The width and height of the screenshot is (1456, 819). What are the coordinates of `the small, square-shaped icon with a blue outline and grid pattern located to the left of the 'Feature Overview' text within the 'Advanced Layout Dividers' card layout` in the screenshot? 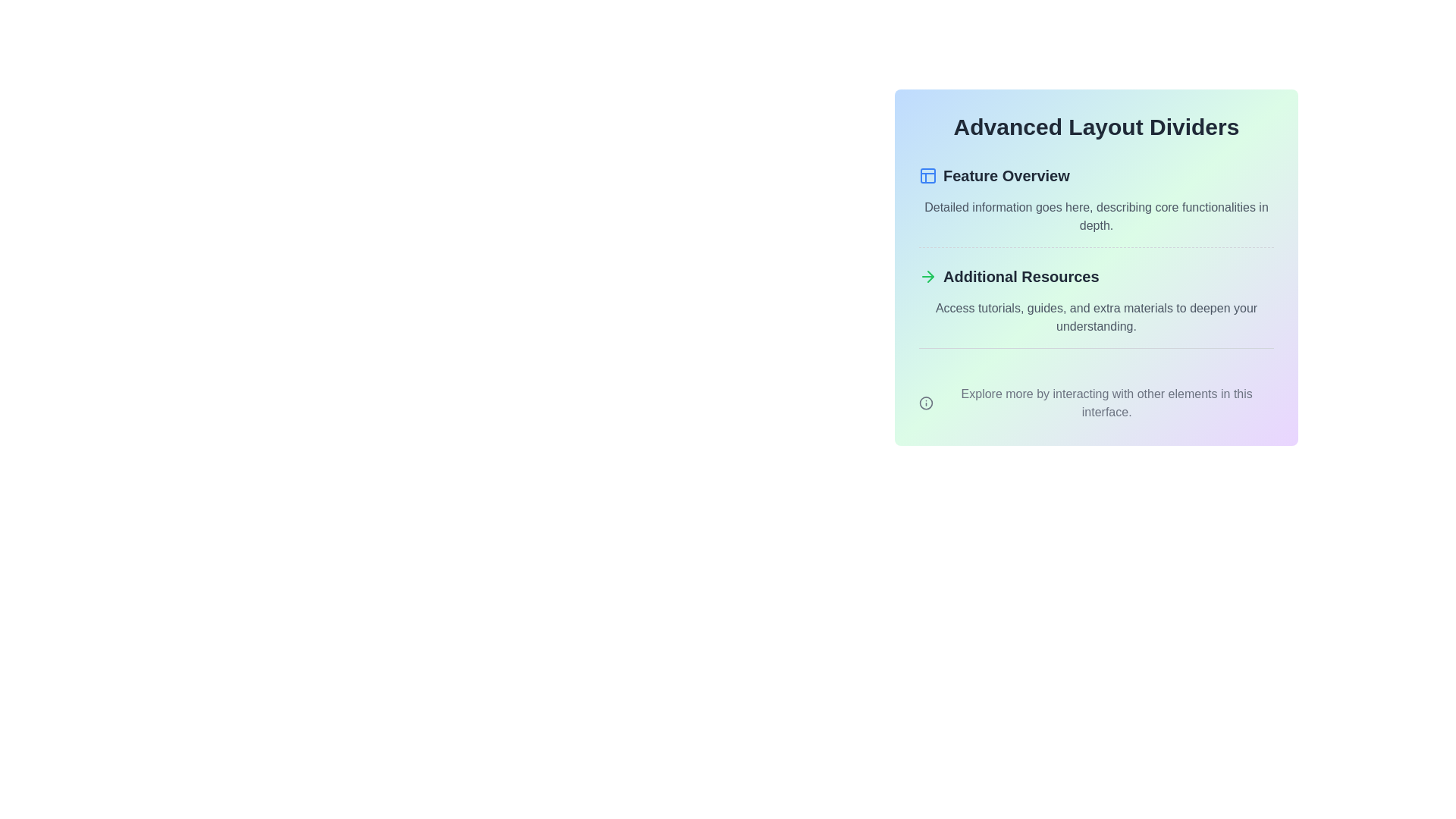 It's located at (927, 174).